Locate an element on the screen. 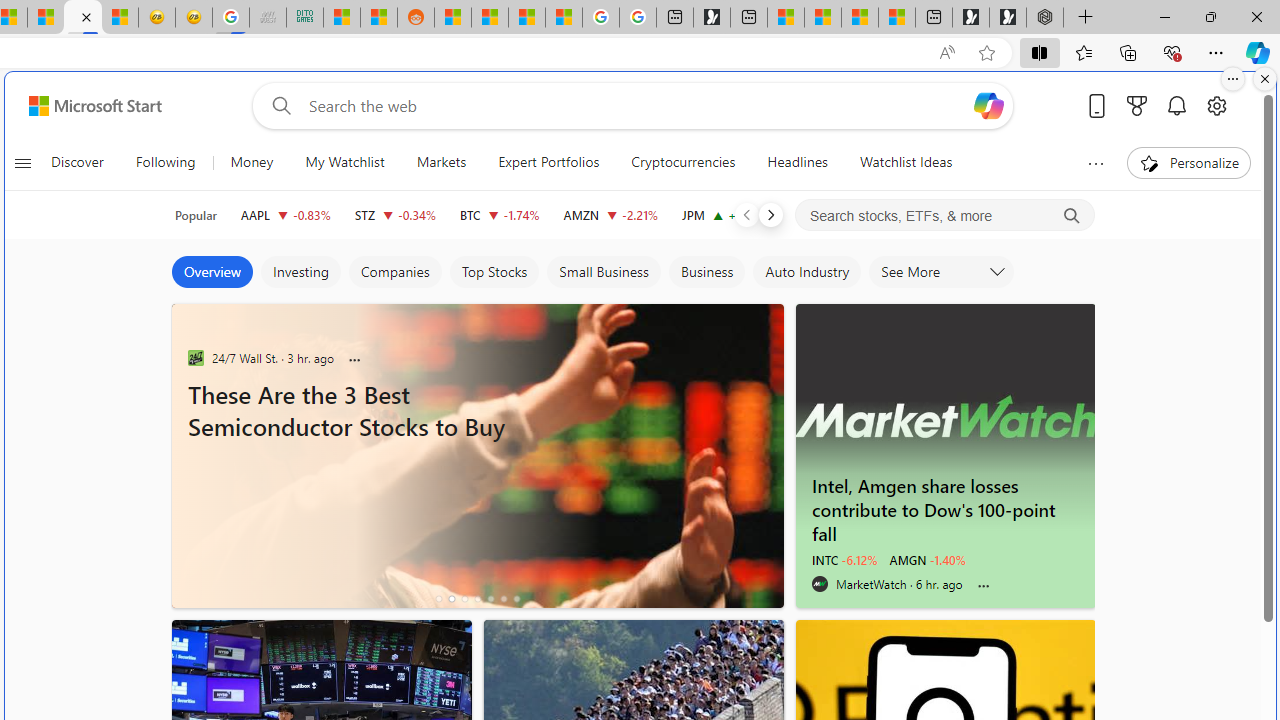  'Web search' is located at coordinates (277, 105).